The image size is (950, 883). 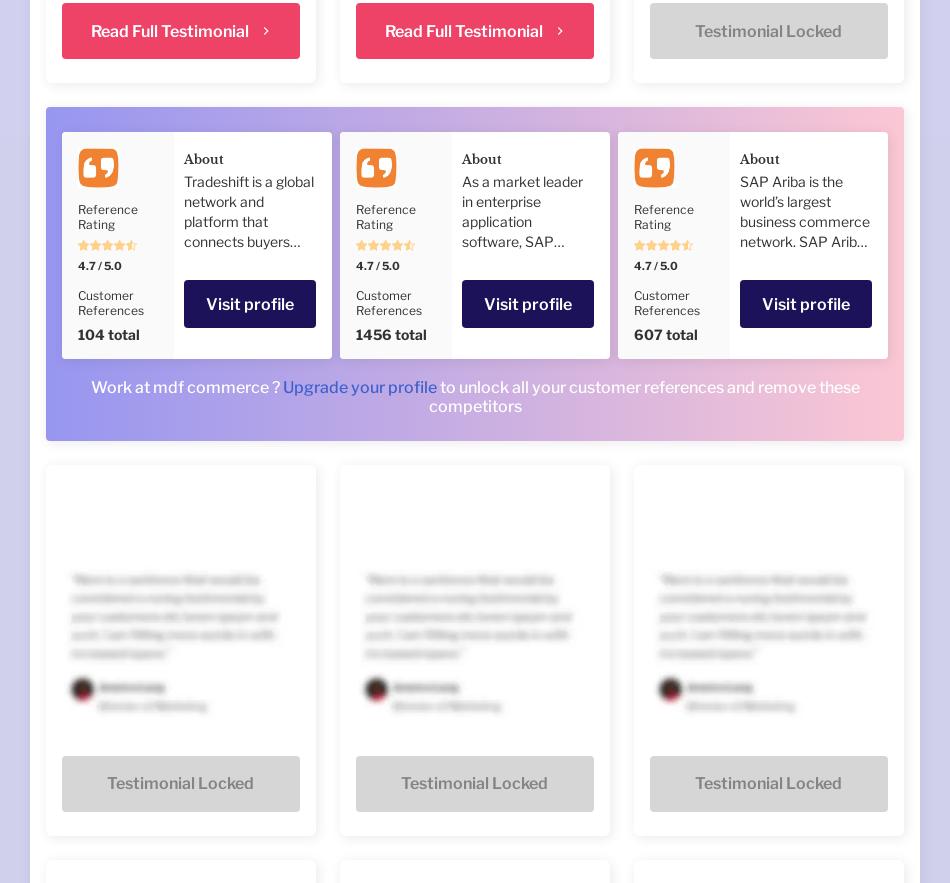 What do you see at coordinates (184, 421) in the screenshot?
I see `'Tradeshift is a global network and platform that connects buyers and suppliers. Tradeshift transforms the way companies buy, pay, and work with suppliers. Tradeshift drives supply chain innovation for the digitally connected economy. As the leader in supply chain payments and marketplaces, the company helps buyers and suppliers digitize all their trade transactions, collaborate on every process, and connect with any supply chain app.'` at bounding box center [184, 421].